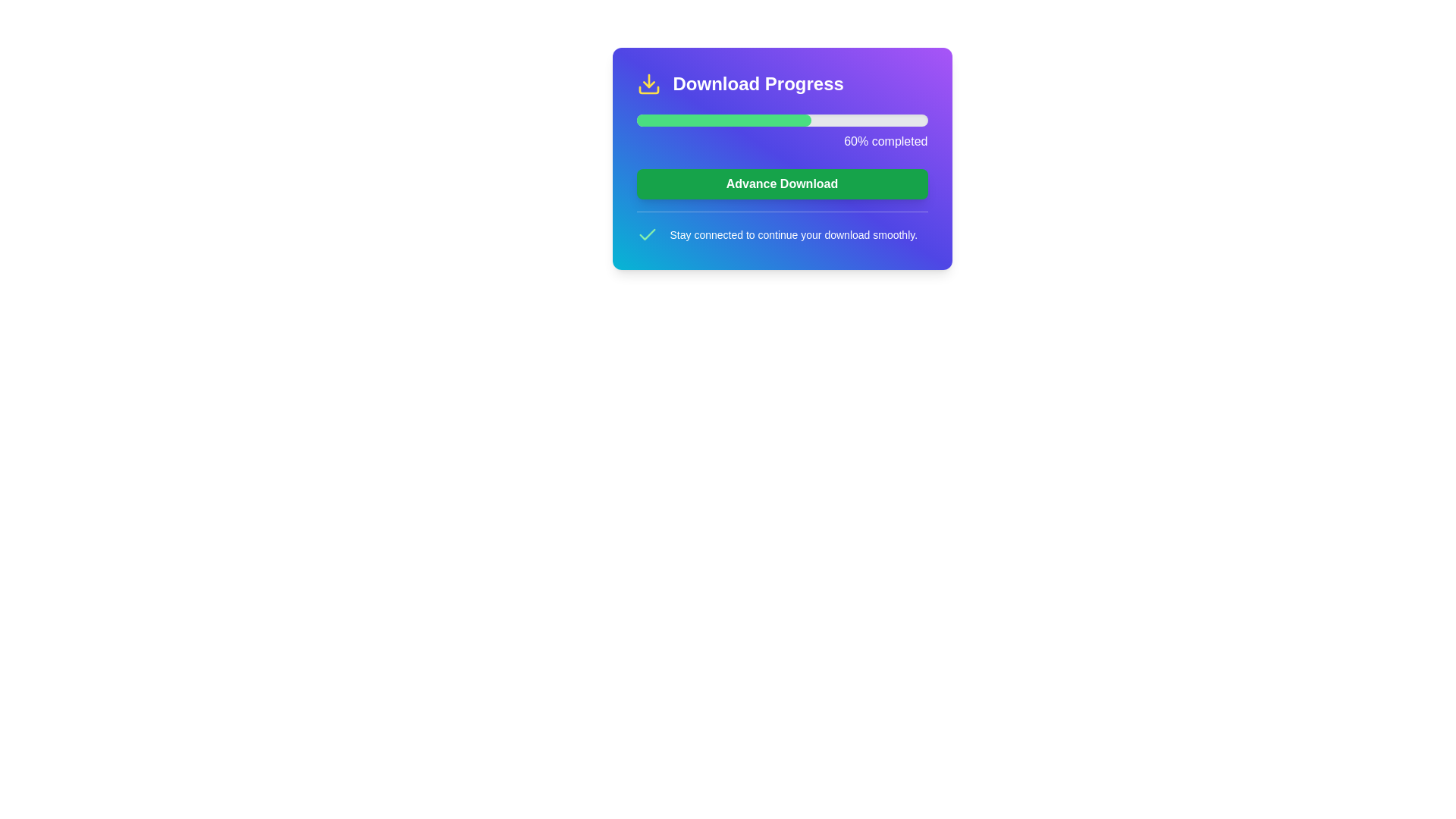 Image resolution: width=1456 pixels, height=819 pixels. I want to click on the small green checkmark SVG icon, which is located to the left of the text 'Stay connected to continue your download smoothly.', so click(647, 234).